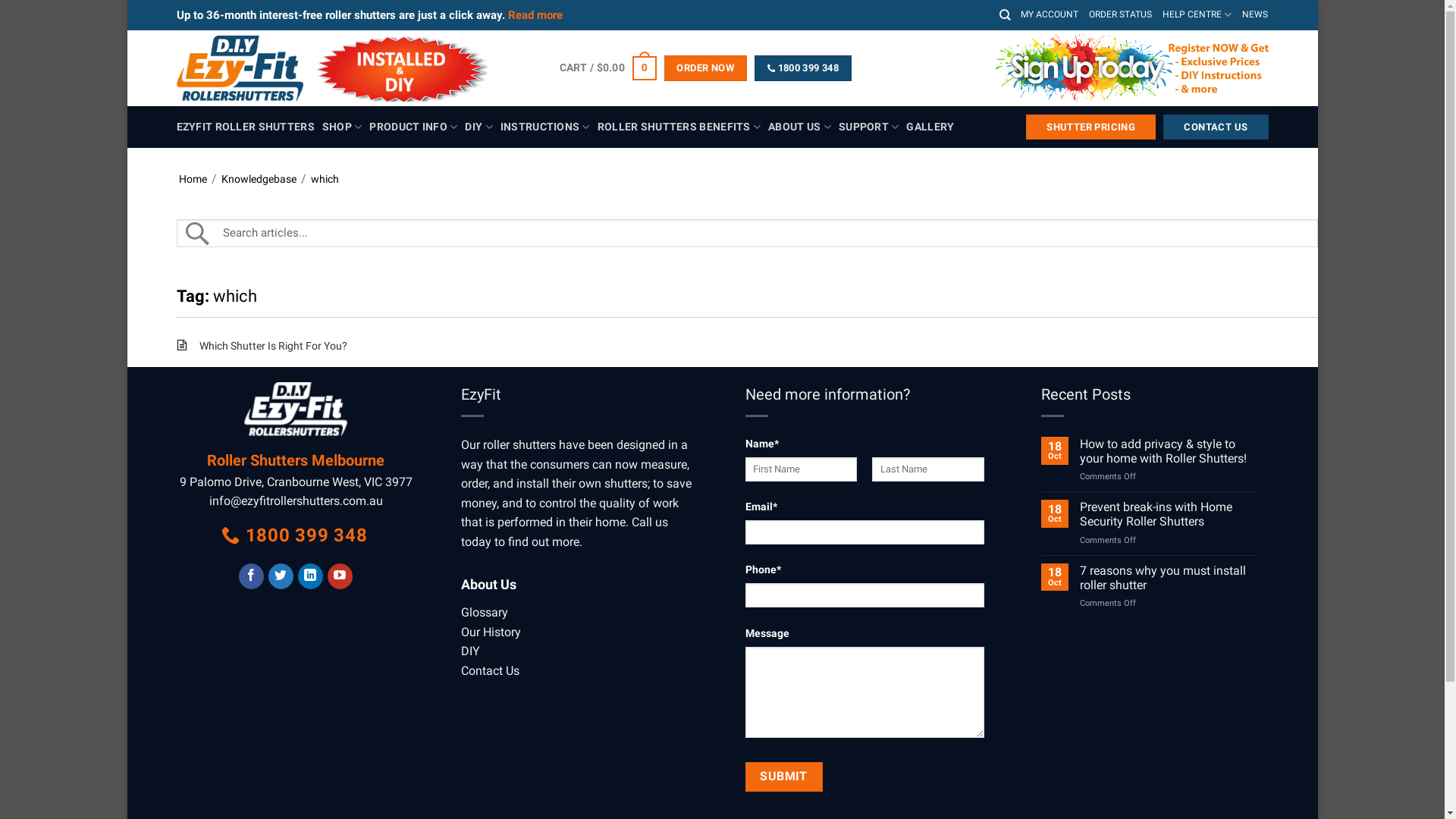 This screenshot has width=1456, height=819. I want to click on 'INSTRUCTIONS', so click(545, 126).